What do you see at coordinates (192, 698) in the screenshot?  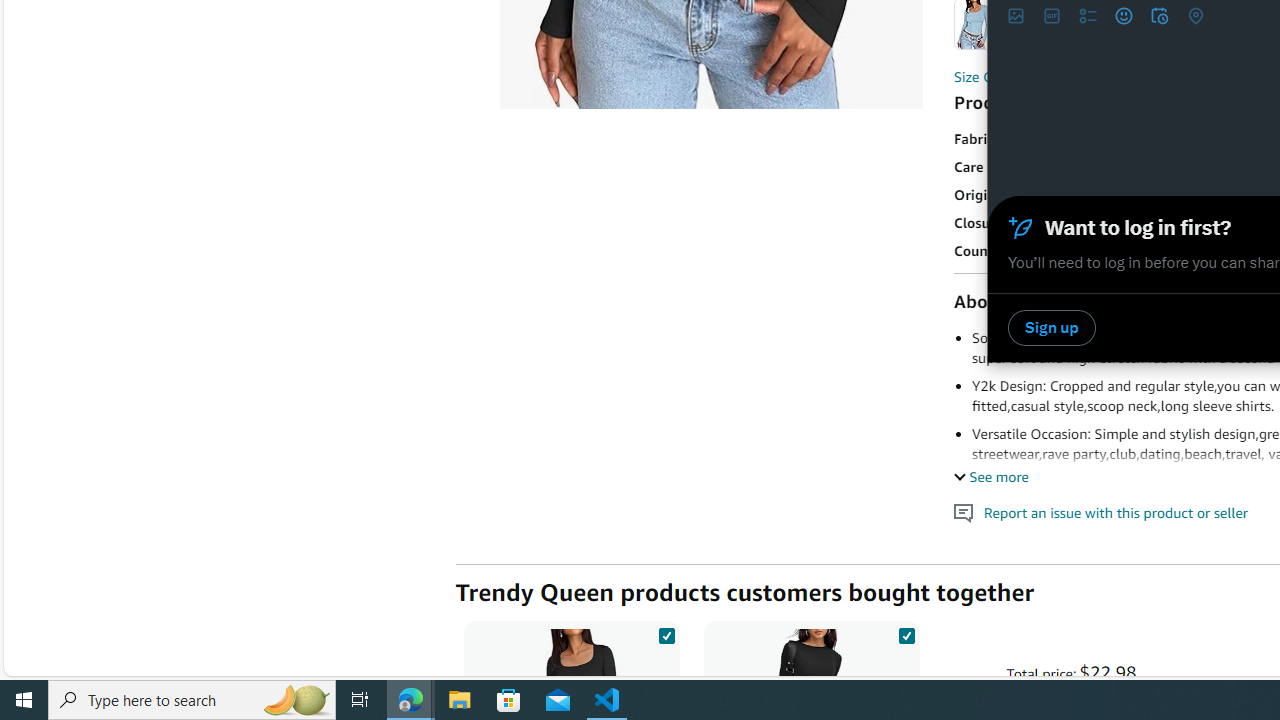 I see `'Type here to search'` at bounding box center [192, 698].